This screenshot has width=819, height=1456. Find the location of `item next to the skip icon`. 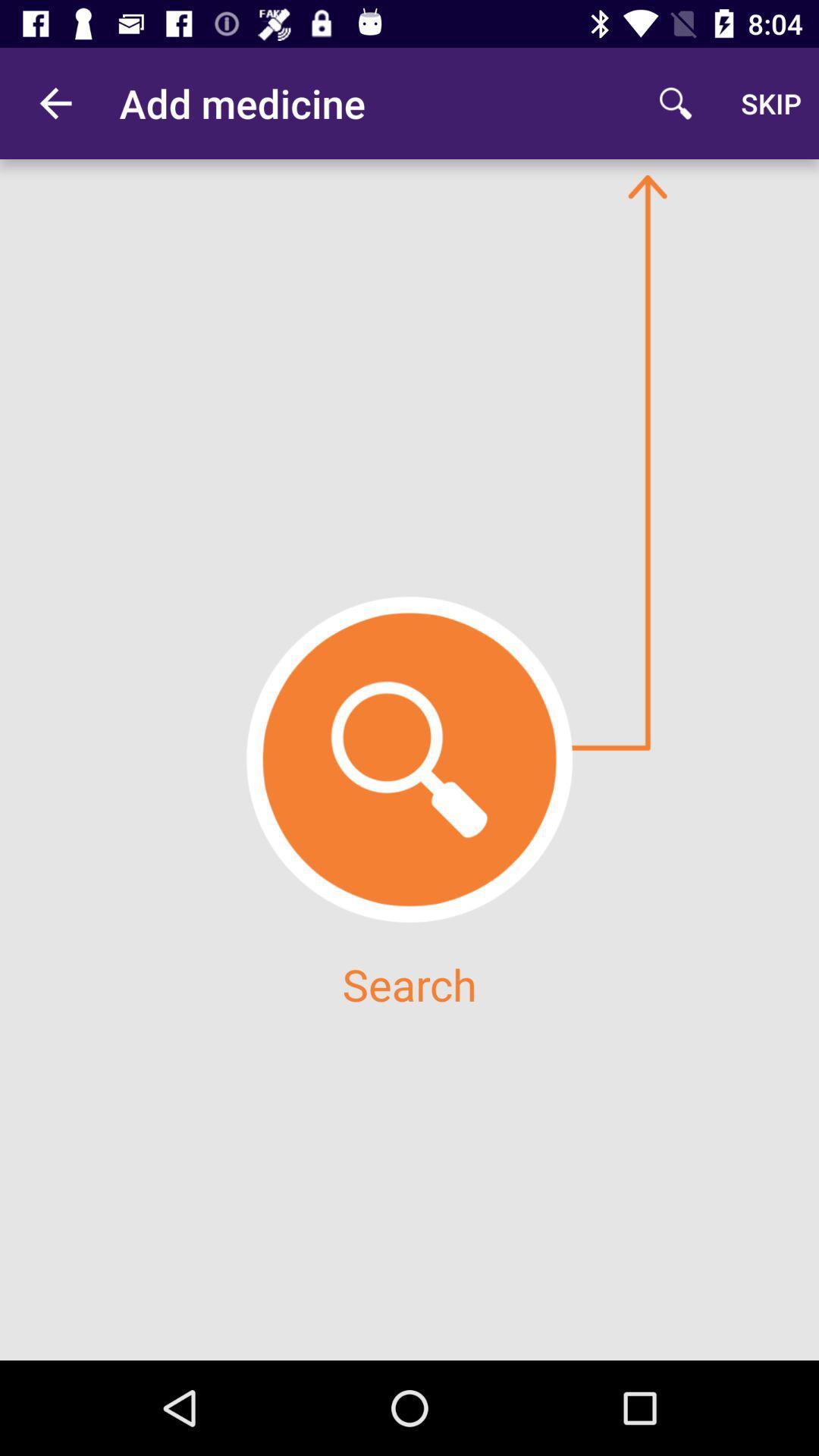

item next to the skip icon is located at coordinates (675, 102).